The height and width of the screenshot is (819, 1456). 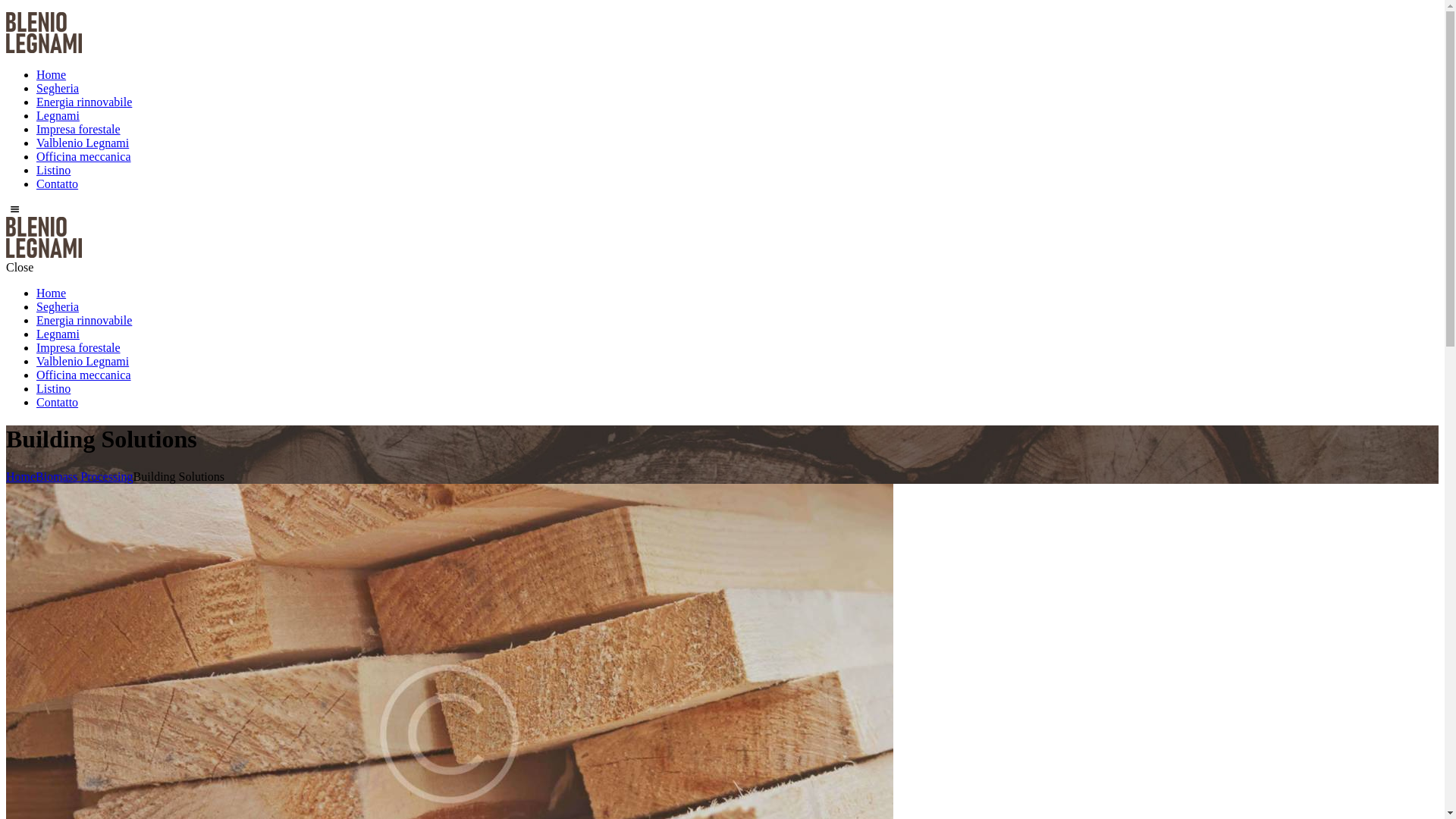 I want to click on 'Home', so click(x=51, y=293).